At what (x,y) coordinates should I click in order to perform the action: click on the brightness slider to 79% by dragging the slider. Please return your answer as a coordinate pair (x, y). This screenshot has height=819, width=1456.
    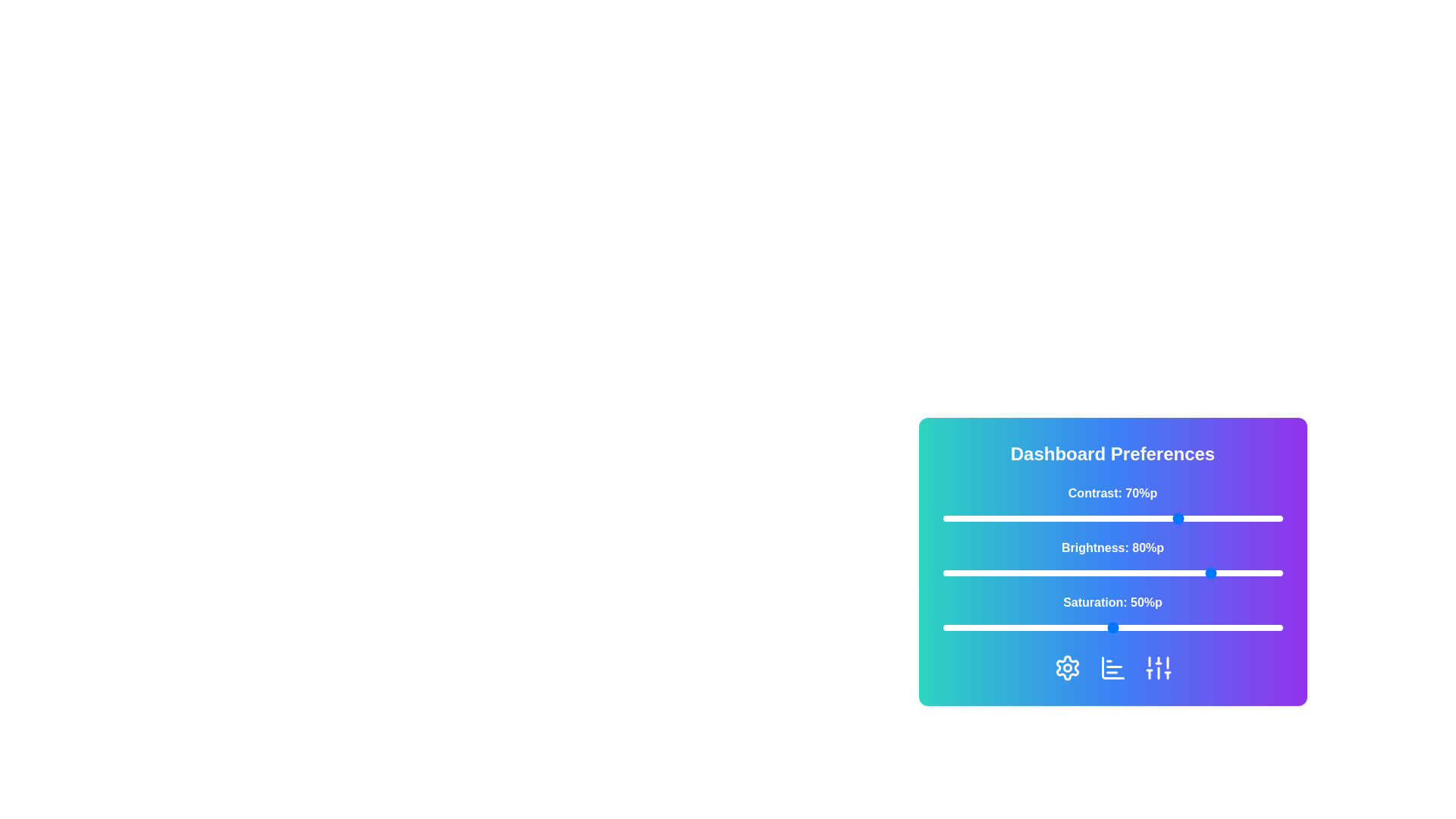
    Looking at the image, I should click on (1210, 573).